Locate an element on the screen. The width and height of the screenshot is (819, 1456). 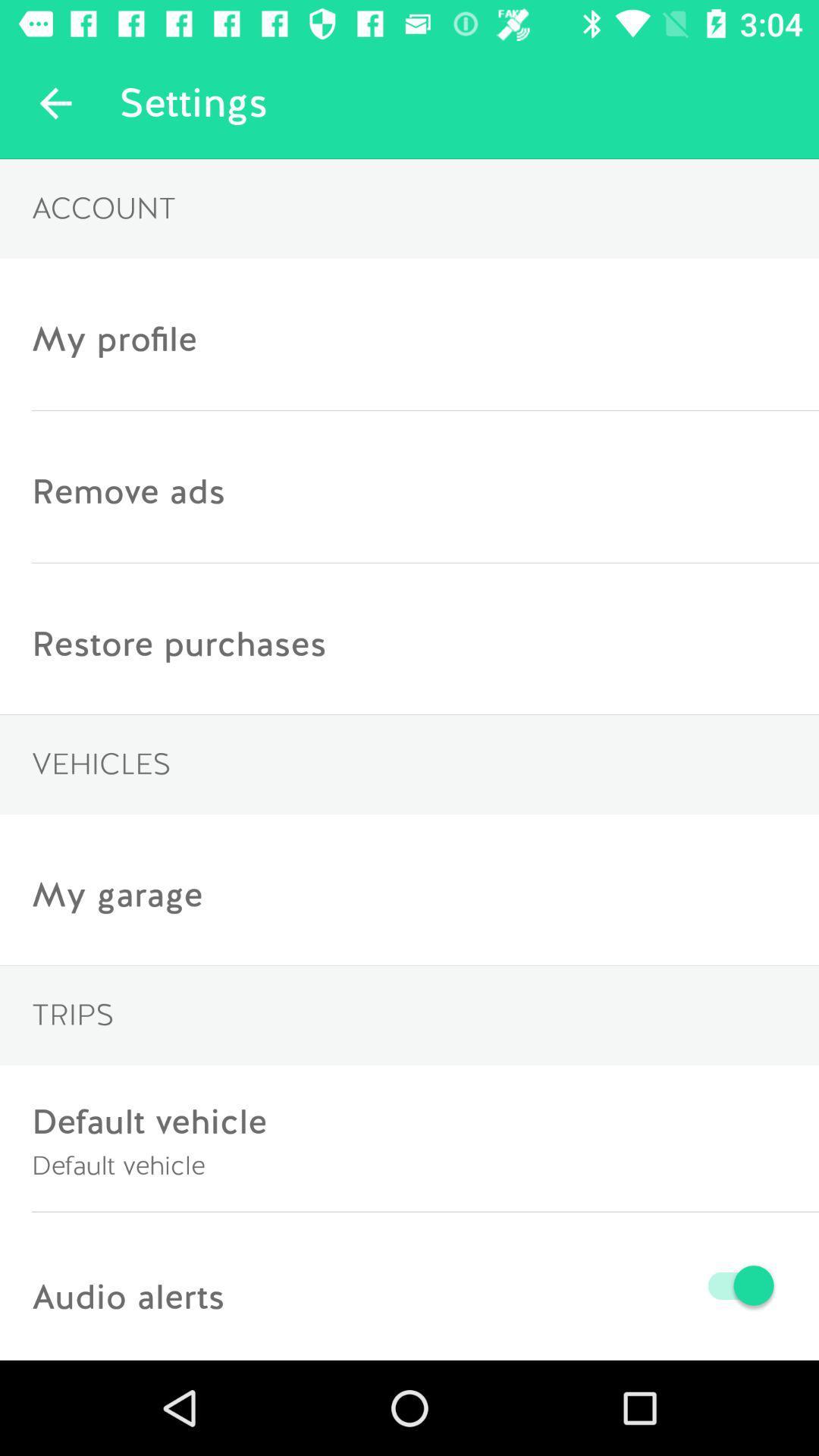
the icon next to audio alerts item is located at coordinates (503, 1285).